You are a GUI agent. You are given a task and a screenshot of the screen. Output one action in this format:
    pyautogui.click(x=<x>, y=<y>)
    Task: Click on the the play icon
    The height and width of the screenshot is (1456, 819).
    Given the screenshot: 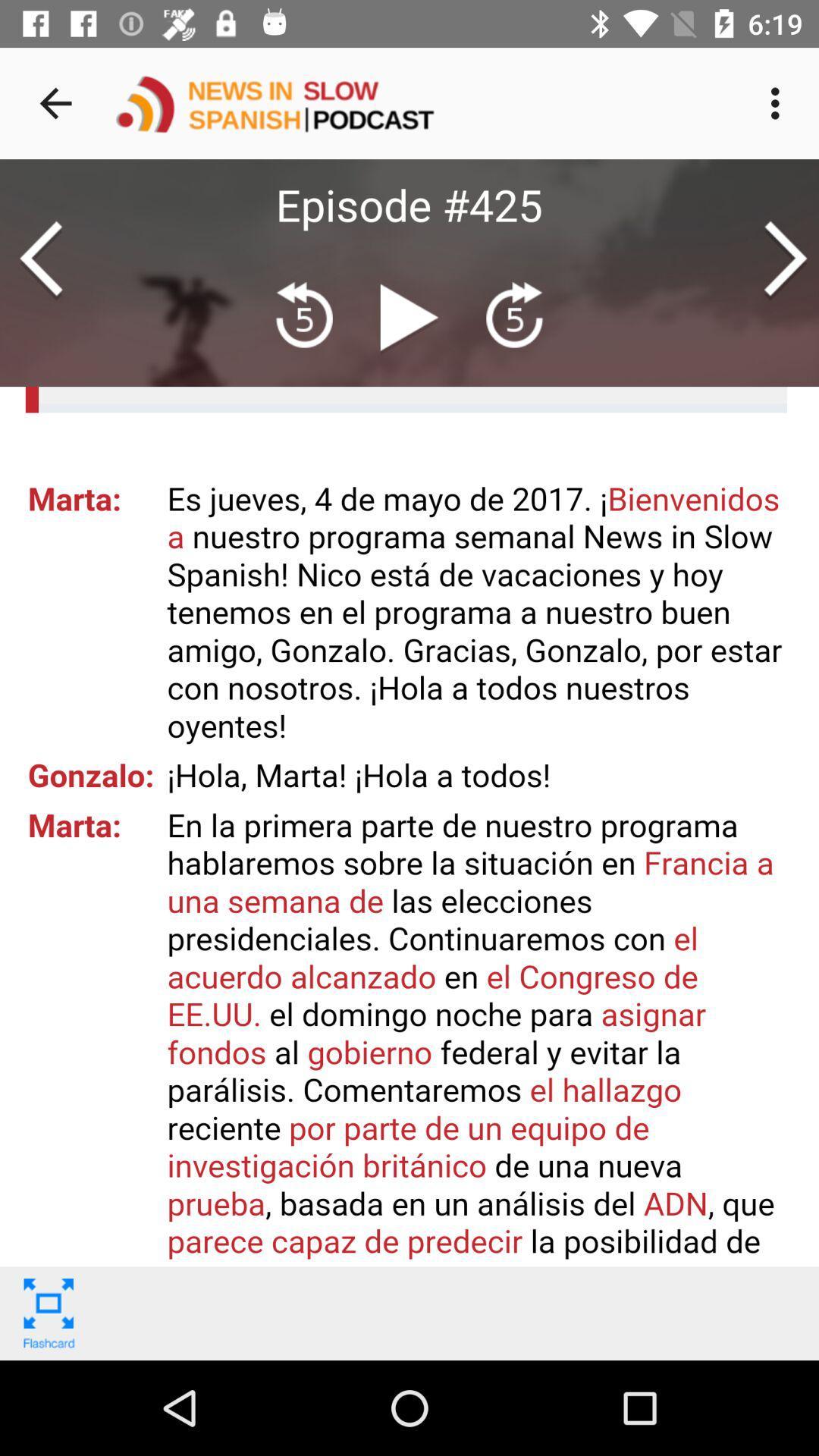 What is the action you would take?
    pyautogui.click(x=409, y=322)
    